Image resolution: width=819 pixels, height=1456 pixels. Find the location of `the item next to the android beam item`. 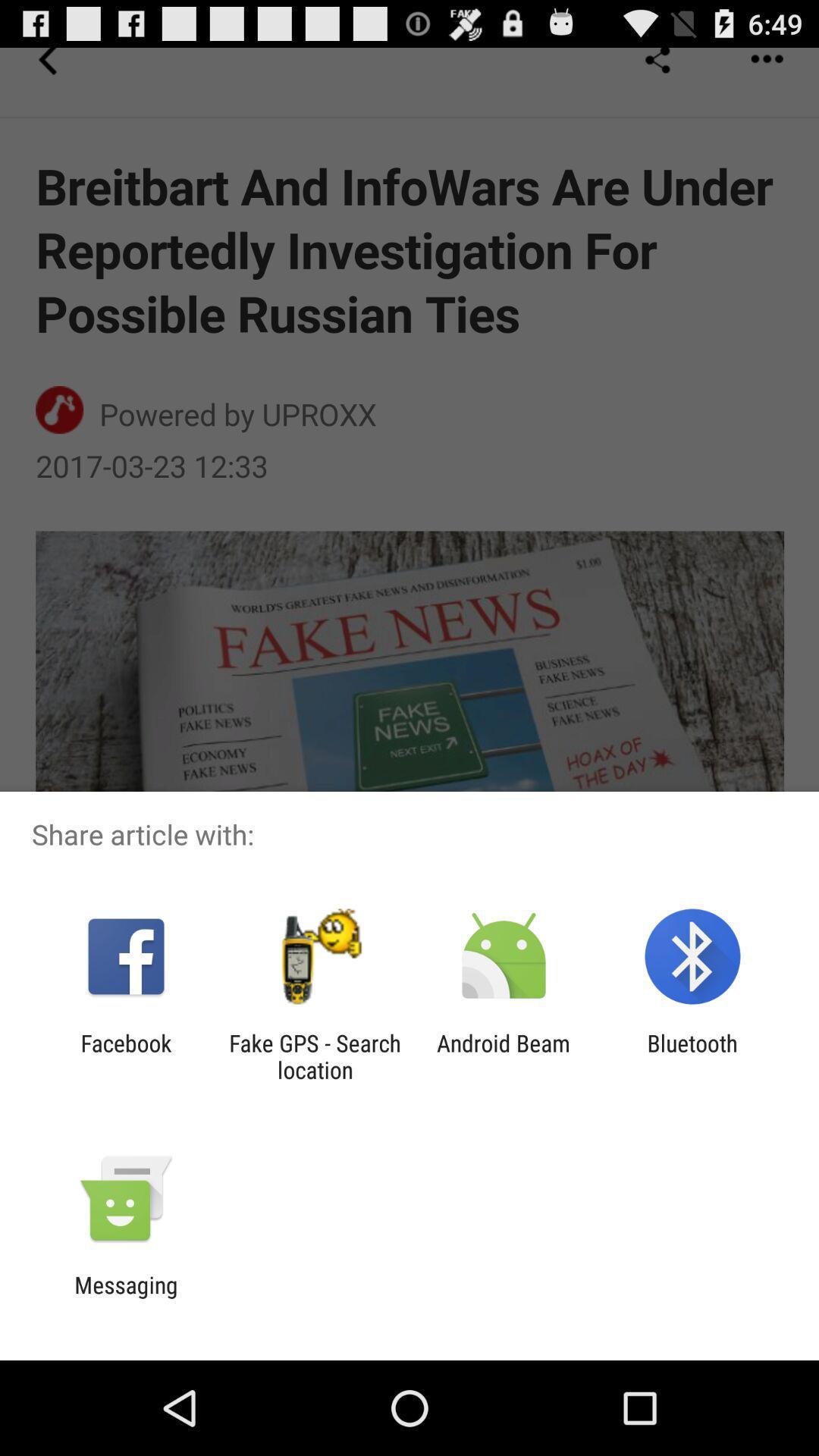

the item next to the android beam item is located at coordinates (314, 1056).